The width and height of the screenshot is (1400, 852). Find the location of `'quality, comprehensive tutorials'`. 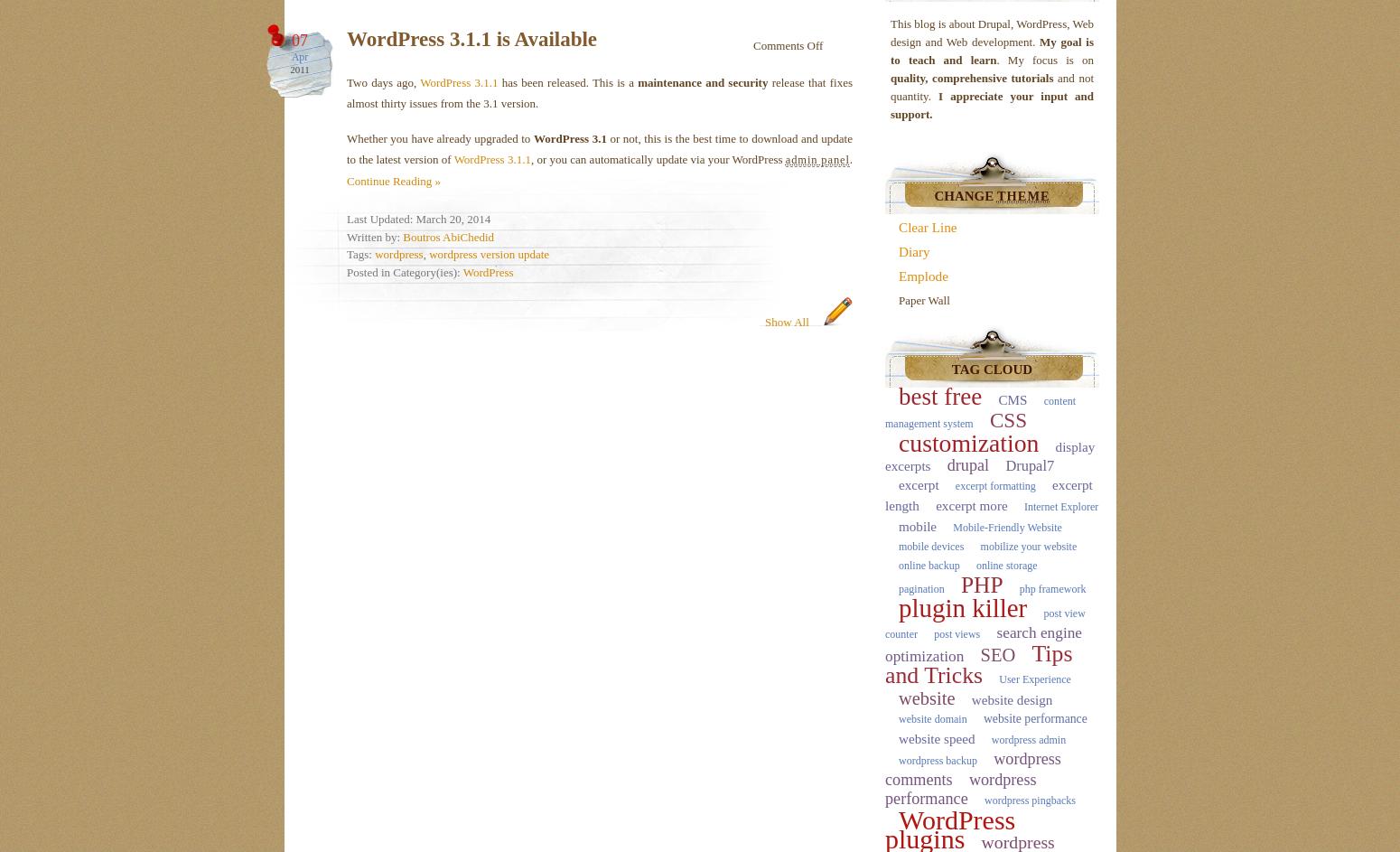

'quality, comprehensive tutorials' is located at coordinates (972, 77).